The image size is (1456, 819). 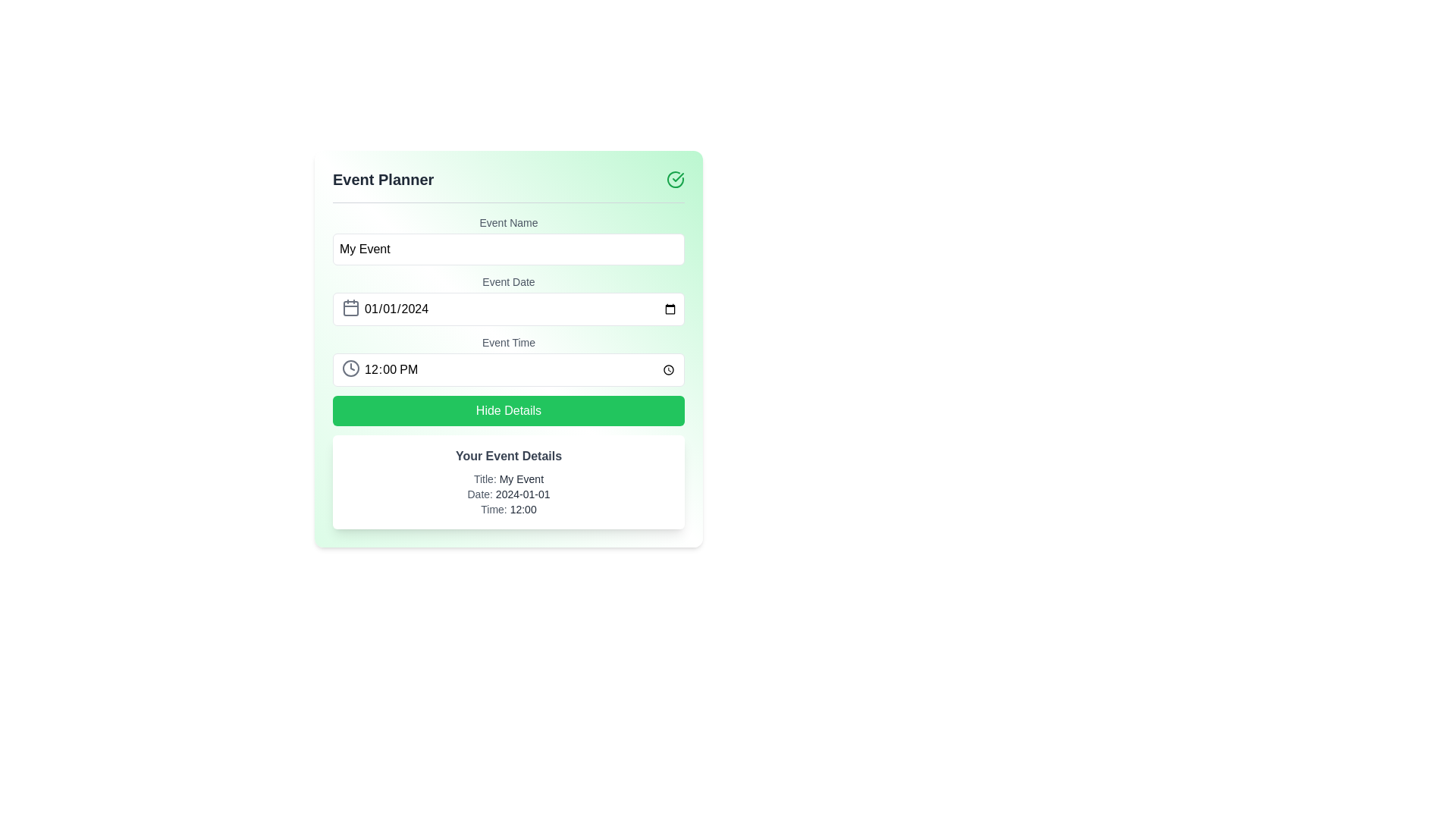 I want to click on the small clock icon located to the left of the time input field labeled 'Event Time', which displays '12:00 PM', so click(x=350, y=369).